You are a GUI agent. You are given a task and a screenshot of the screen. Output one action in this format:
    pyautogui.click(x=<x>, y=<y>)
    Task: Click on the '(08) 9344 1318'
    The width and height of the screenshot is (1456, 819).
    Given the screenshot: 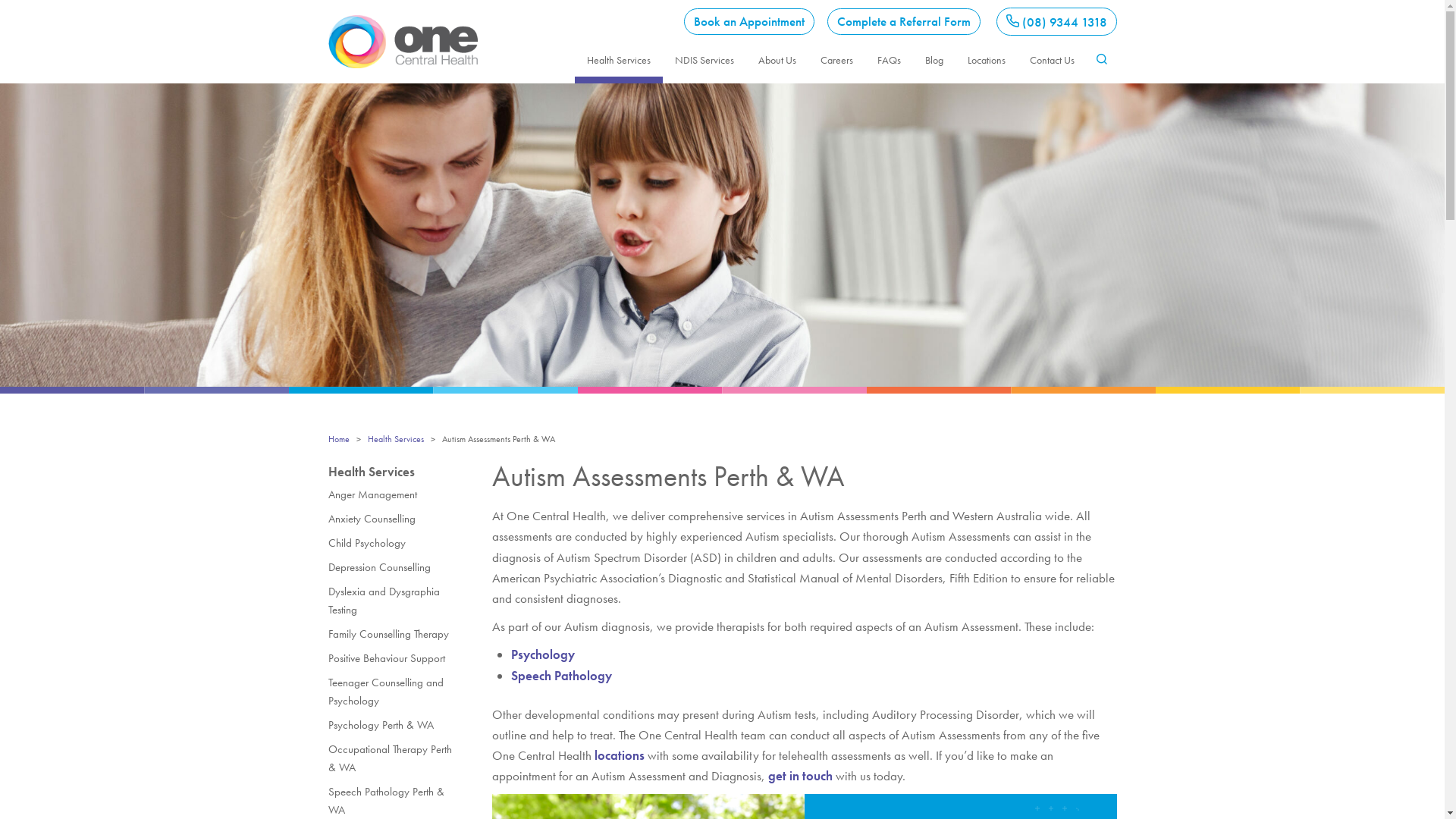 What is the action you would take?
    pyautogui.click(x=1056, y=21)
    